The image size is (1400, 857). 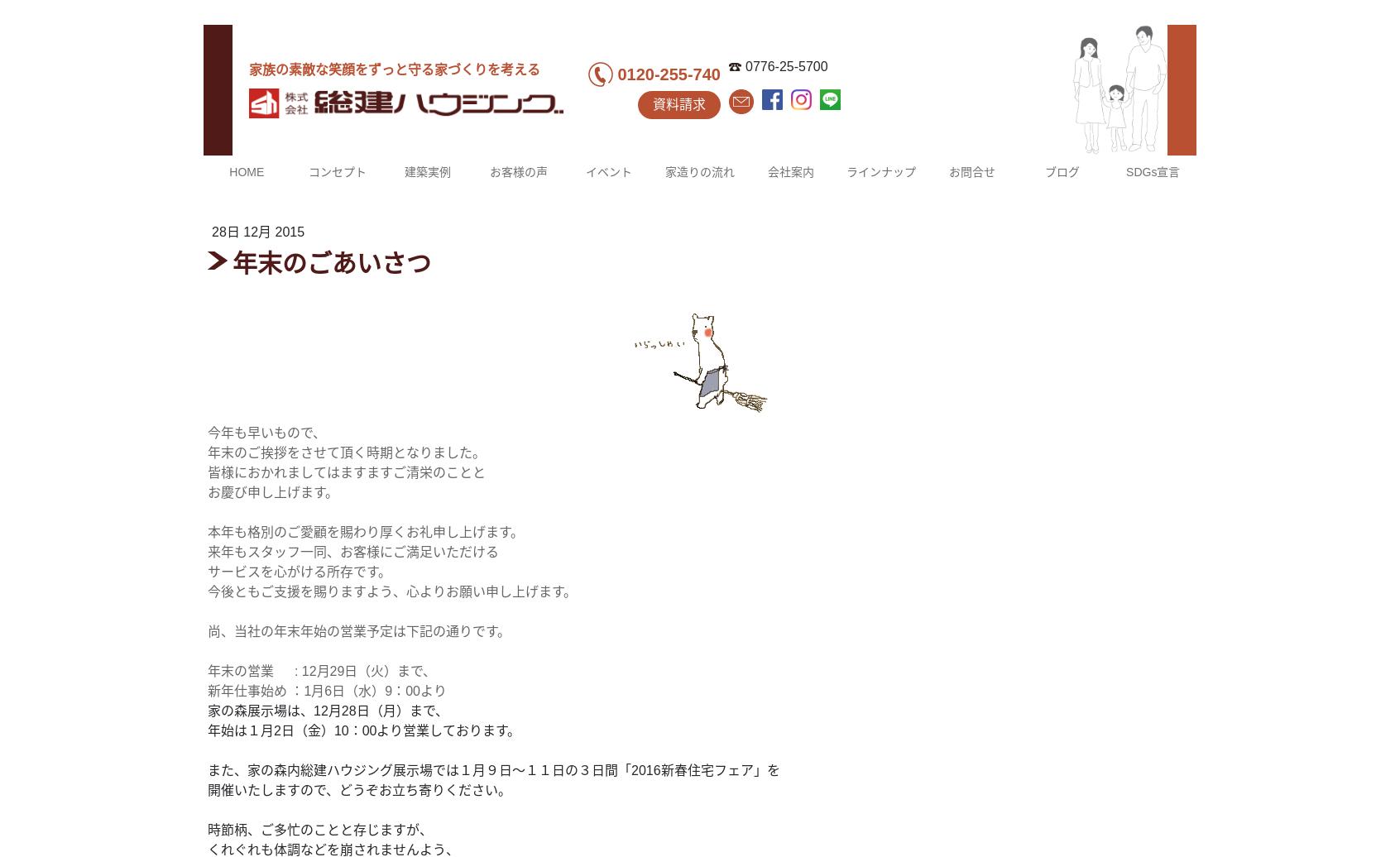 I want to click on 'HIRAYA＜平屋＞', so click(x=889, y=420).